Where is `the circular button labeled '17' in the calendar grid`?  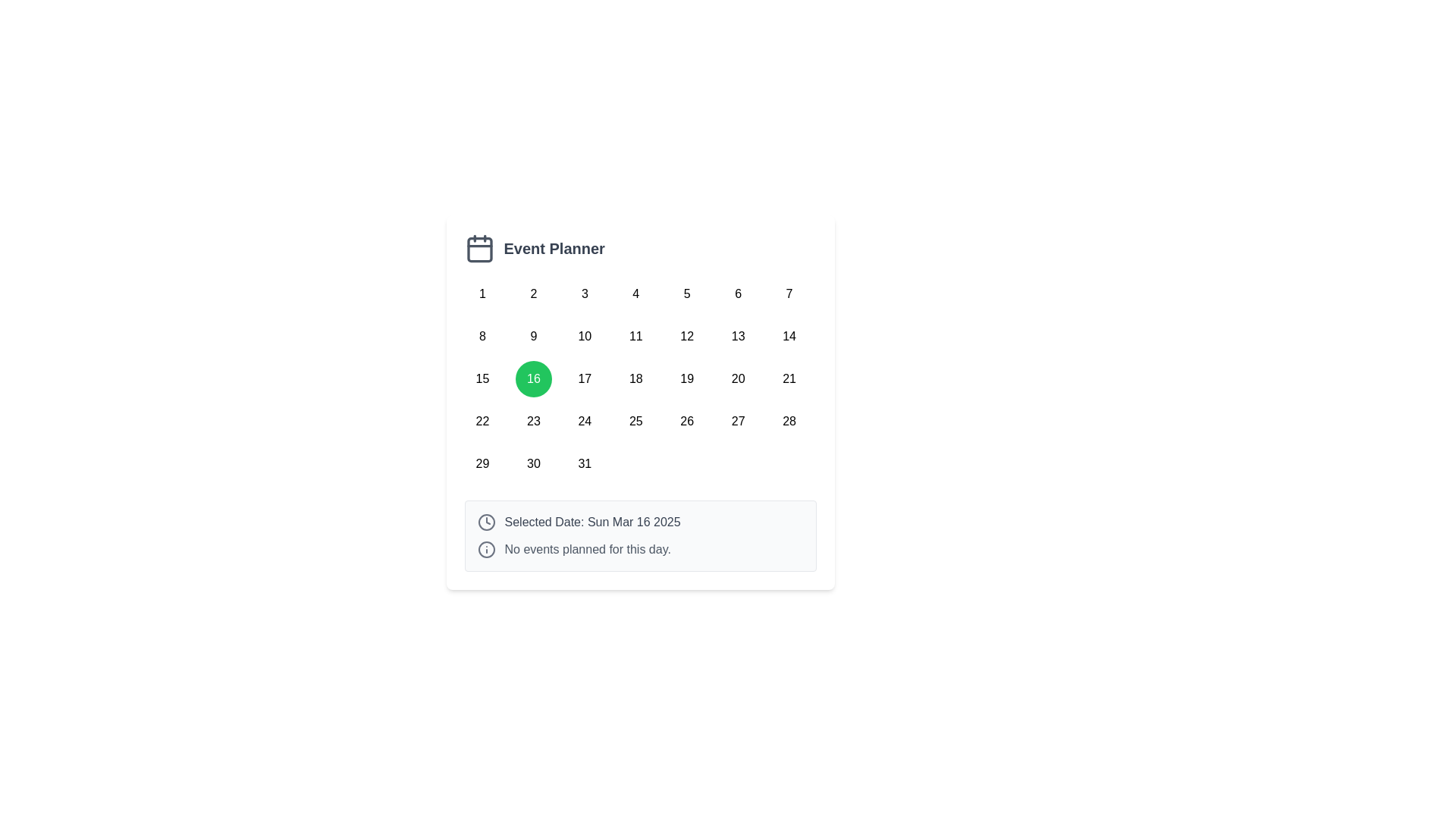
the circular button labeled '17' in the calendar grid is located at coordinates (584, 378).